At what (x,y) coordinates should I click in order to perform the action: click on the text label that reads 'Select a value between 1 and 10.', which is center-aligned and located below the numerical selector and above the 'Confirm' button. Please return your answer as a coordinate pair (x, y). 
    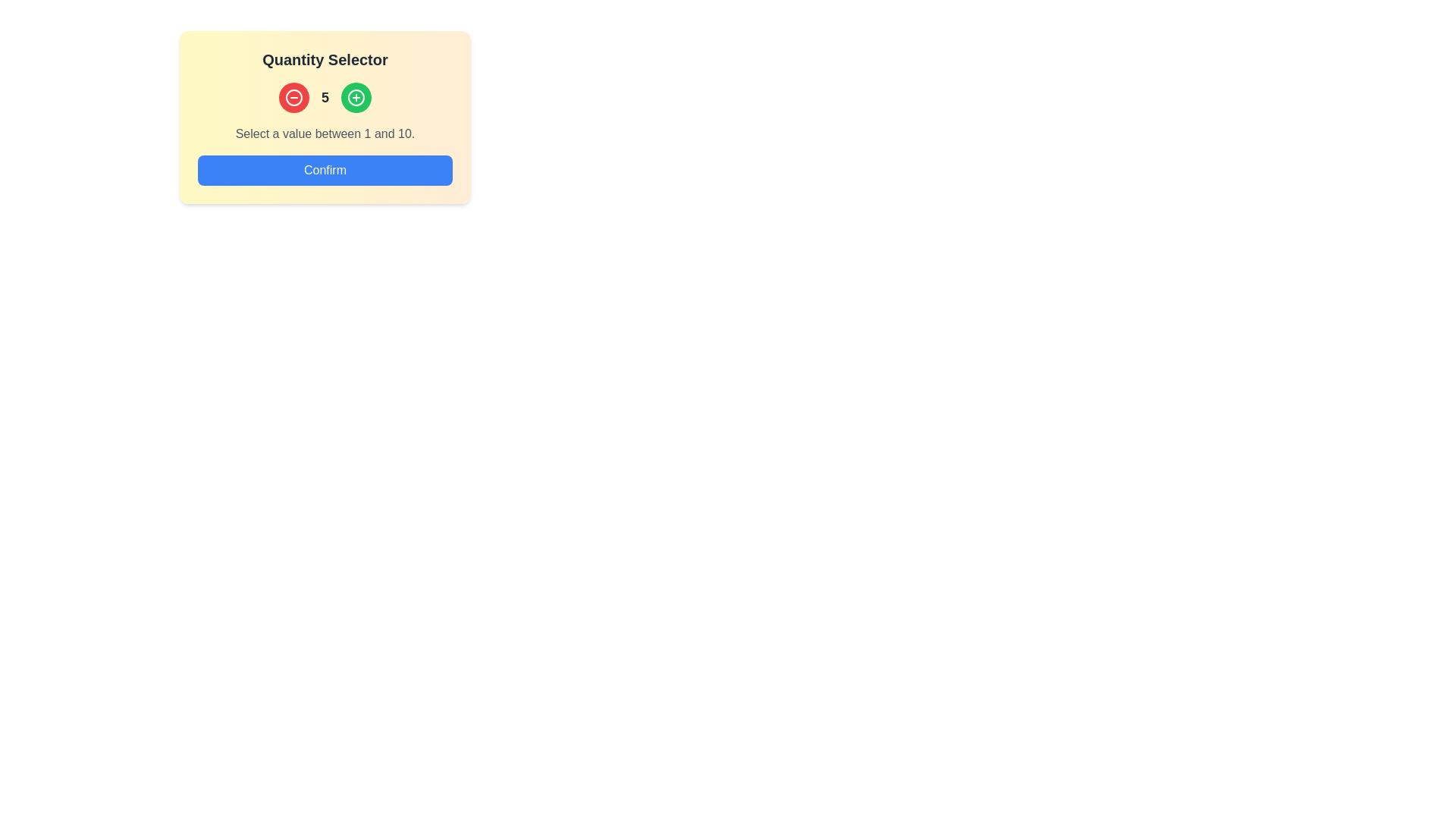
    Looking at the image, I should click on (324, 133).